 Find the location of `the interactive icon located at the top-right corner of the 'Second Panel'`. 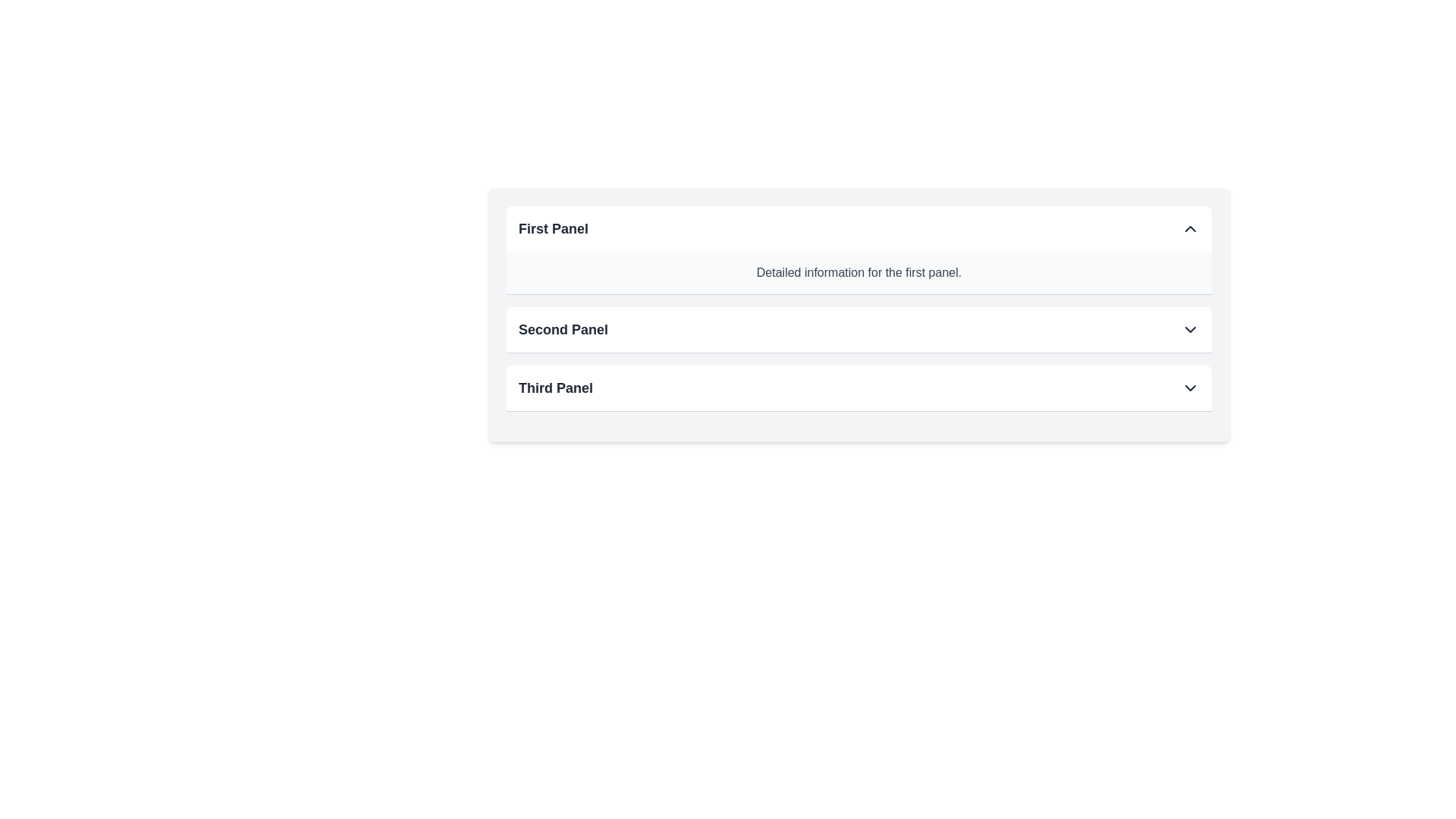

the interactive icon located at the top-right corner of the 'Second Panel' is located at coordinates (1189, 329).